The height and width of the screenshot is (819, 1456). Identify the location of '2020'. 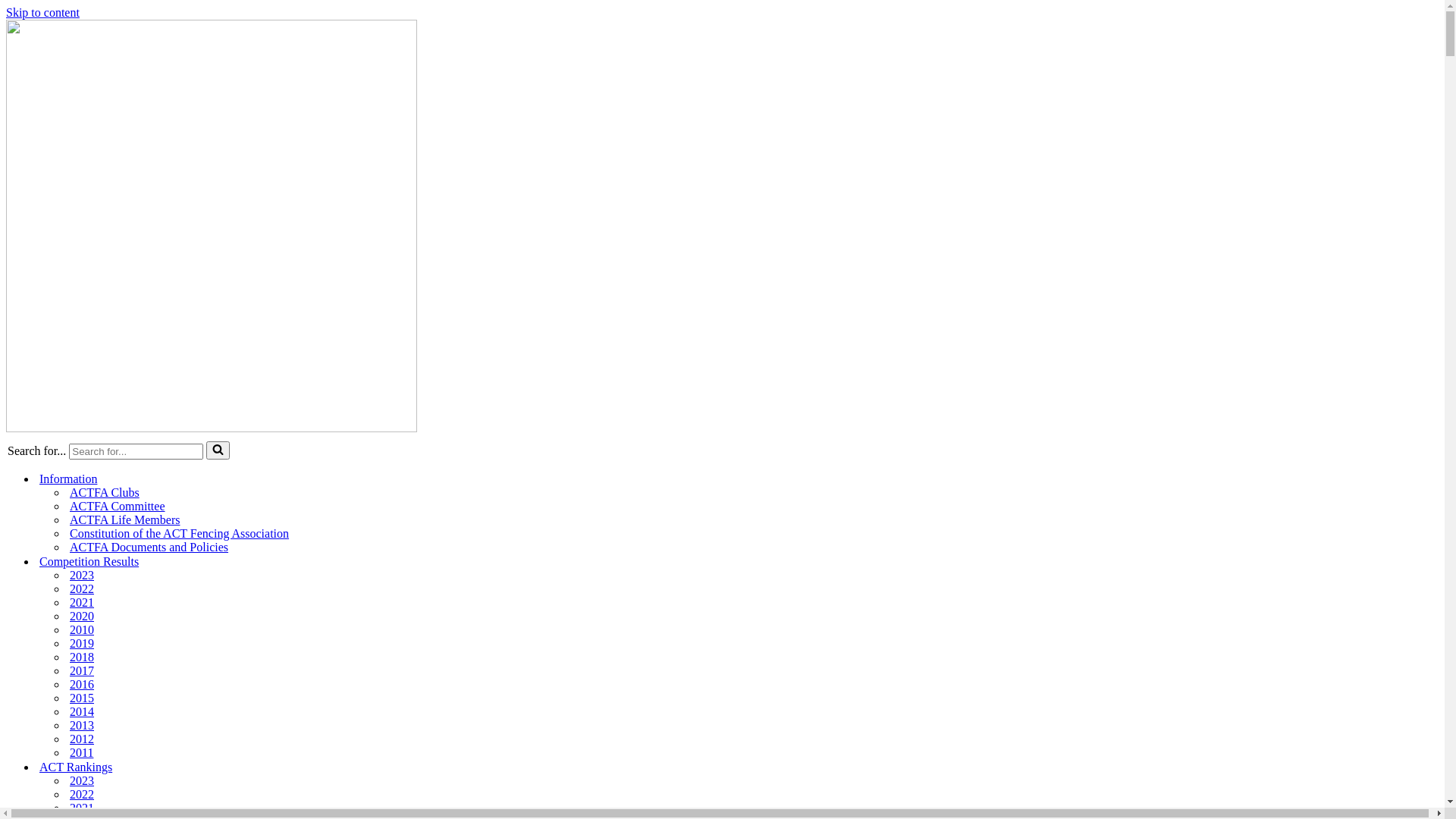
(68, 617).